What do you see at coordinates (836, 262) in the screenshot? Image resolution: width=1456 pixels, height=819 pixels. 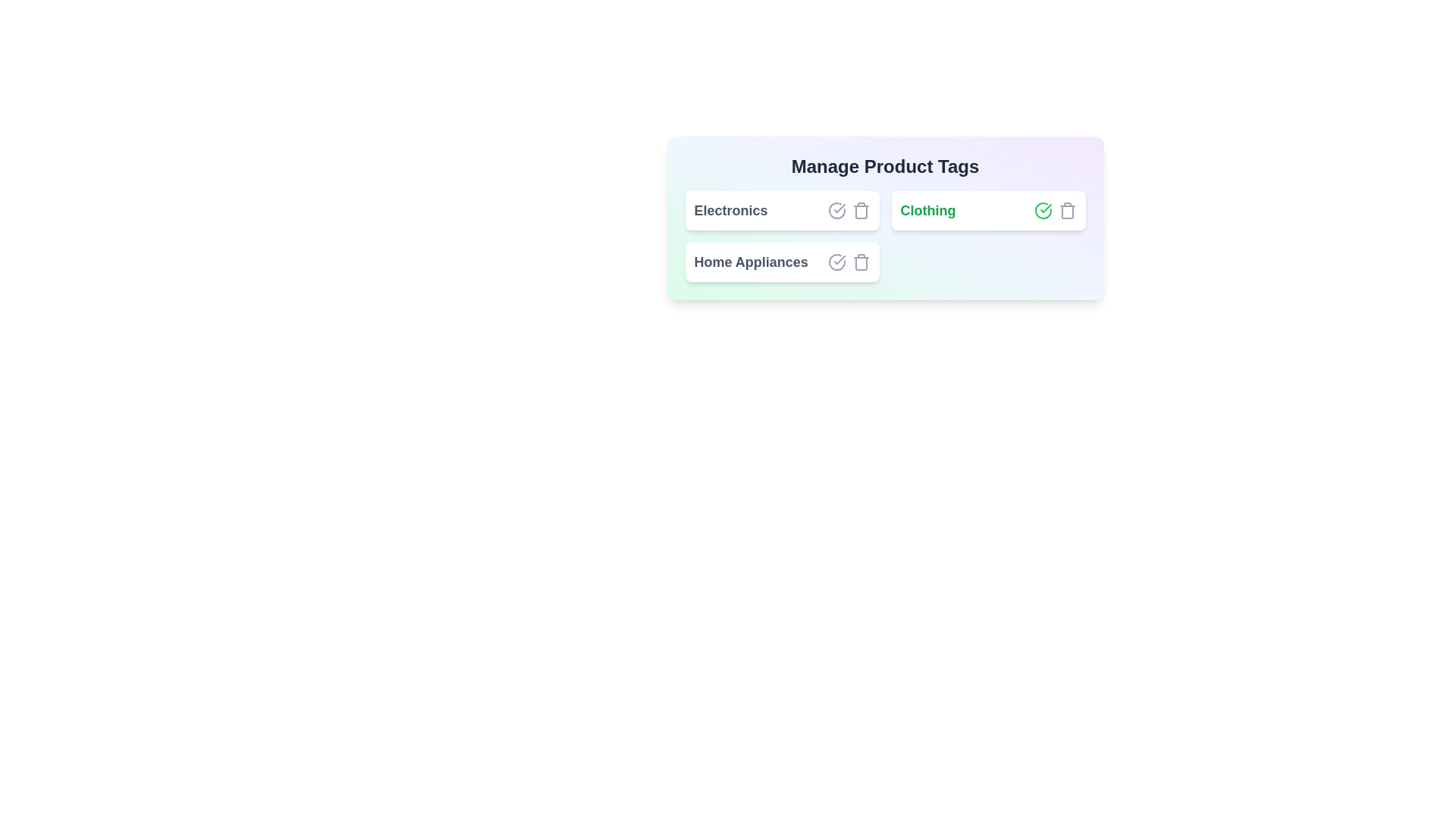 I see `the tag 'Home Appliances' by clicking its toggle button` at bounding box center [836, 262].